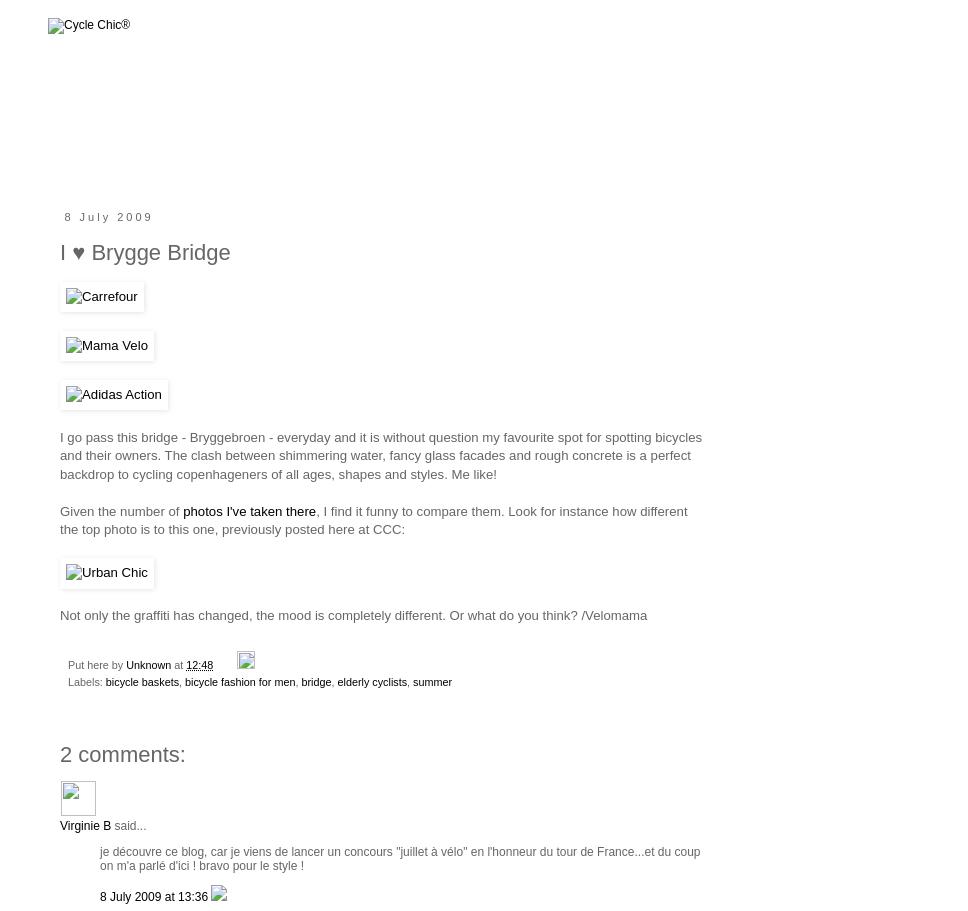 The image size is (968, 911). What do you see at coordinates (314, 679) in the screenshot?
I see `'bridge'` at bounding box center [314, 679].